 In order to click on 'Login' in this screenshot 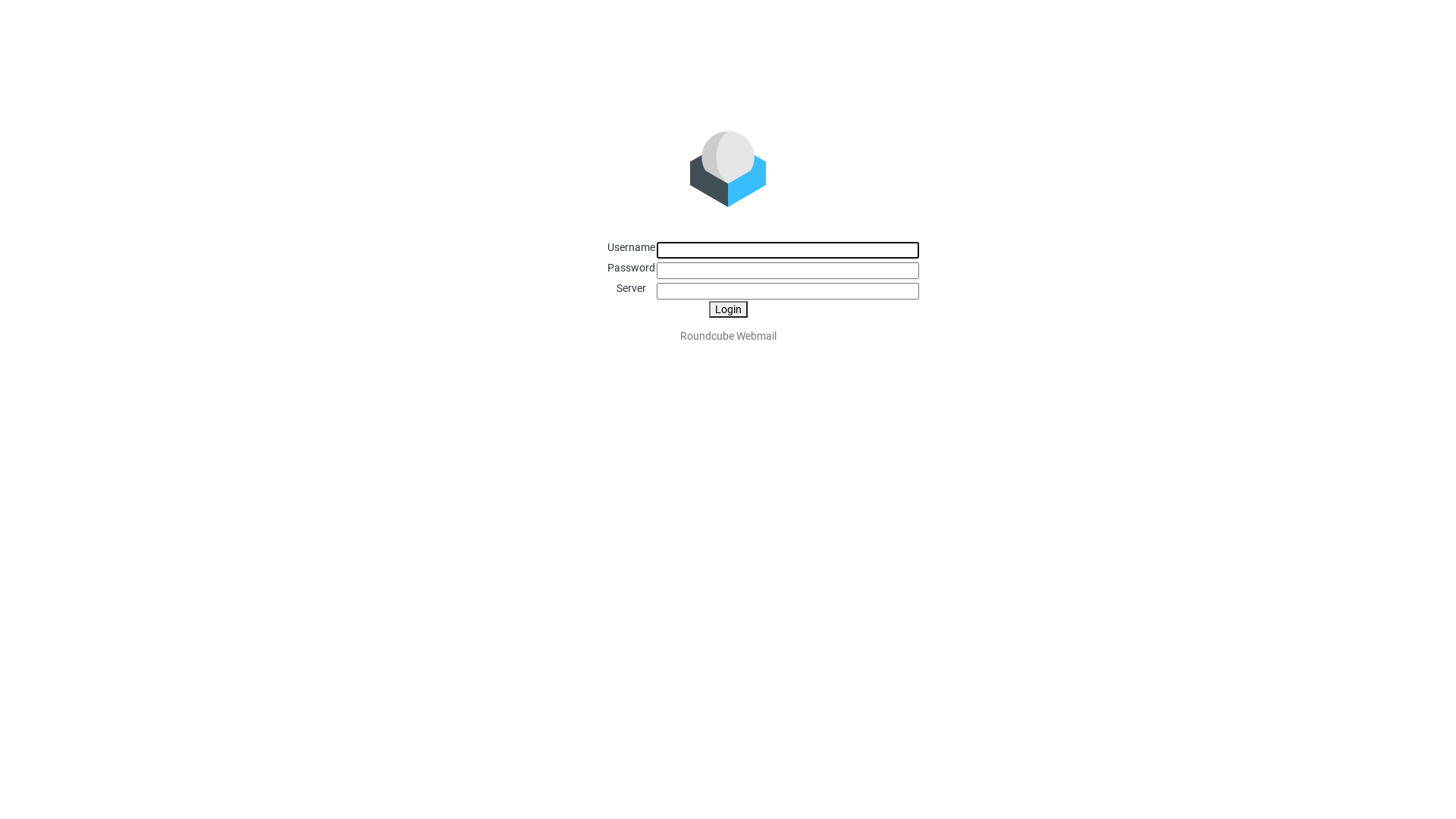, I will do `click(708, 309)`.